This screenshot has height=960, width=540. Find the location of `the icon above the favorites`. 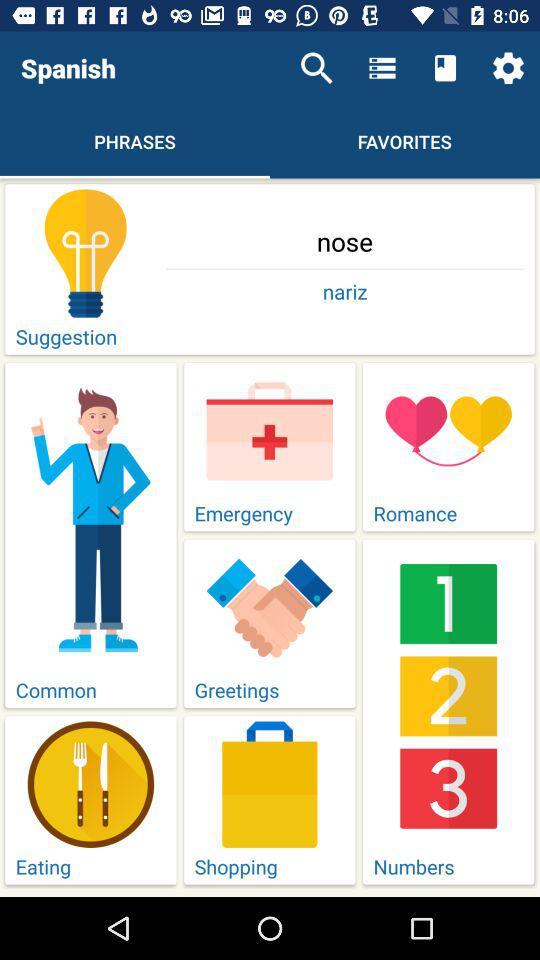

the icon above the favorites is located at coordinates (445, 68).